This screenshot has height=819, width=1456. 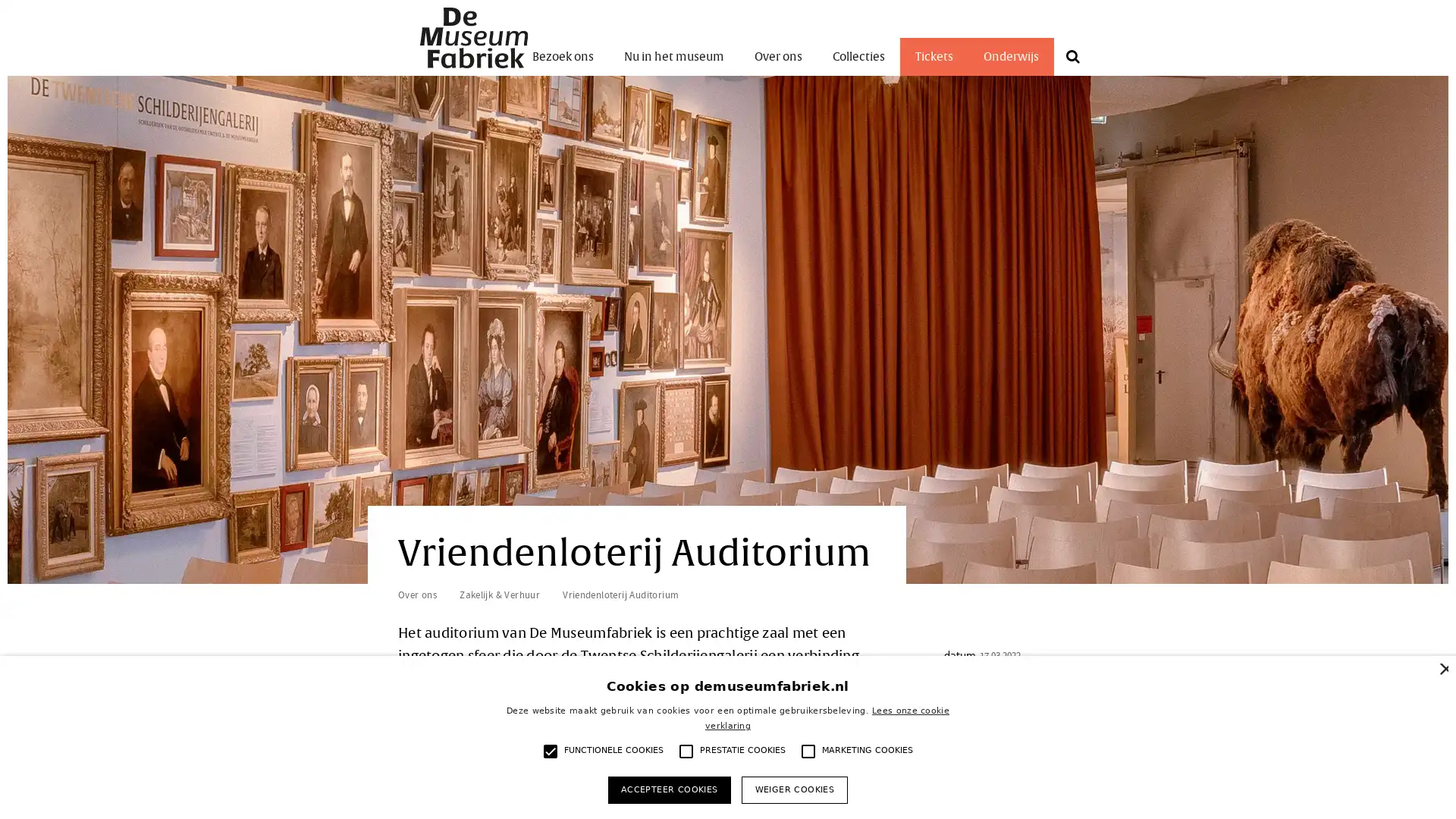 I want to click on WEIGER COOKIES, so click(x=793, y=789).